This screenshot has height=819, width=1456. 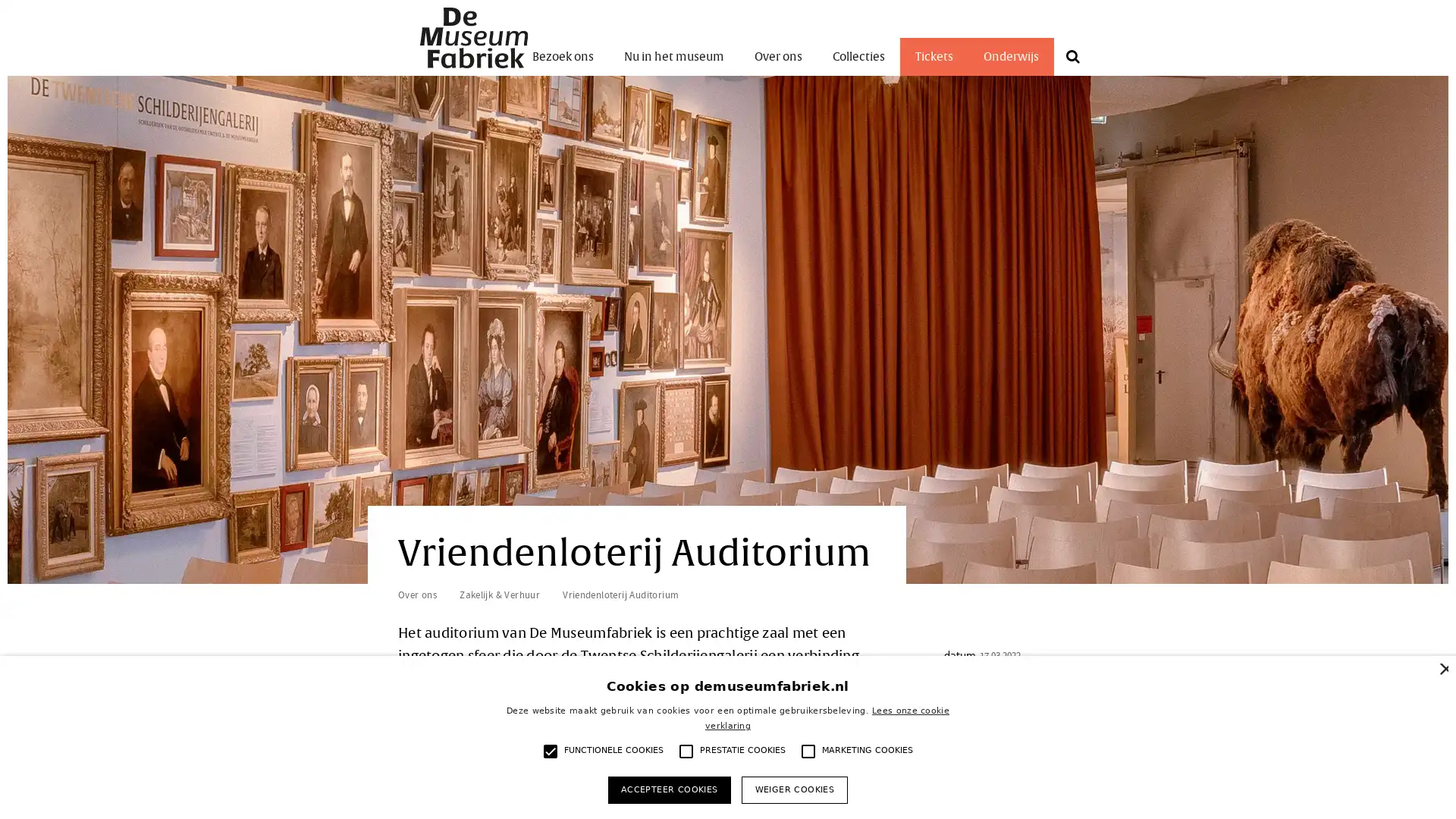 I want to click on WEIGER COOKIES, so click(x=793, y=789).